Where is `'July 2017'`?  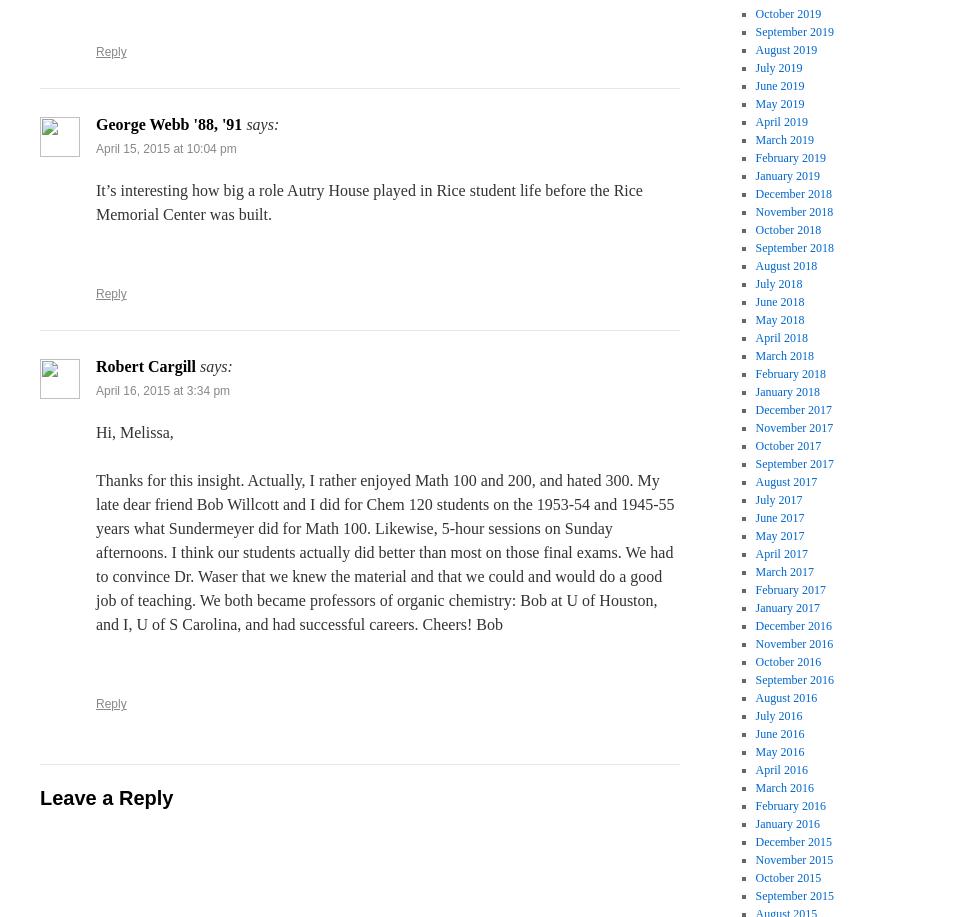 'July 2017' is located at coordinates (778, 499).